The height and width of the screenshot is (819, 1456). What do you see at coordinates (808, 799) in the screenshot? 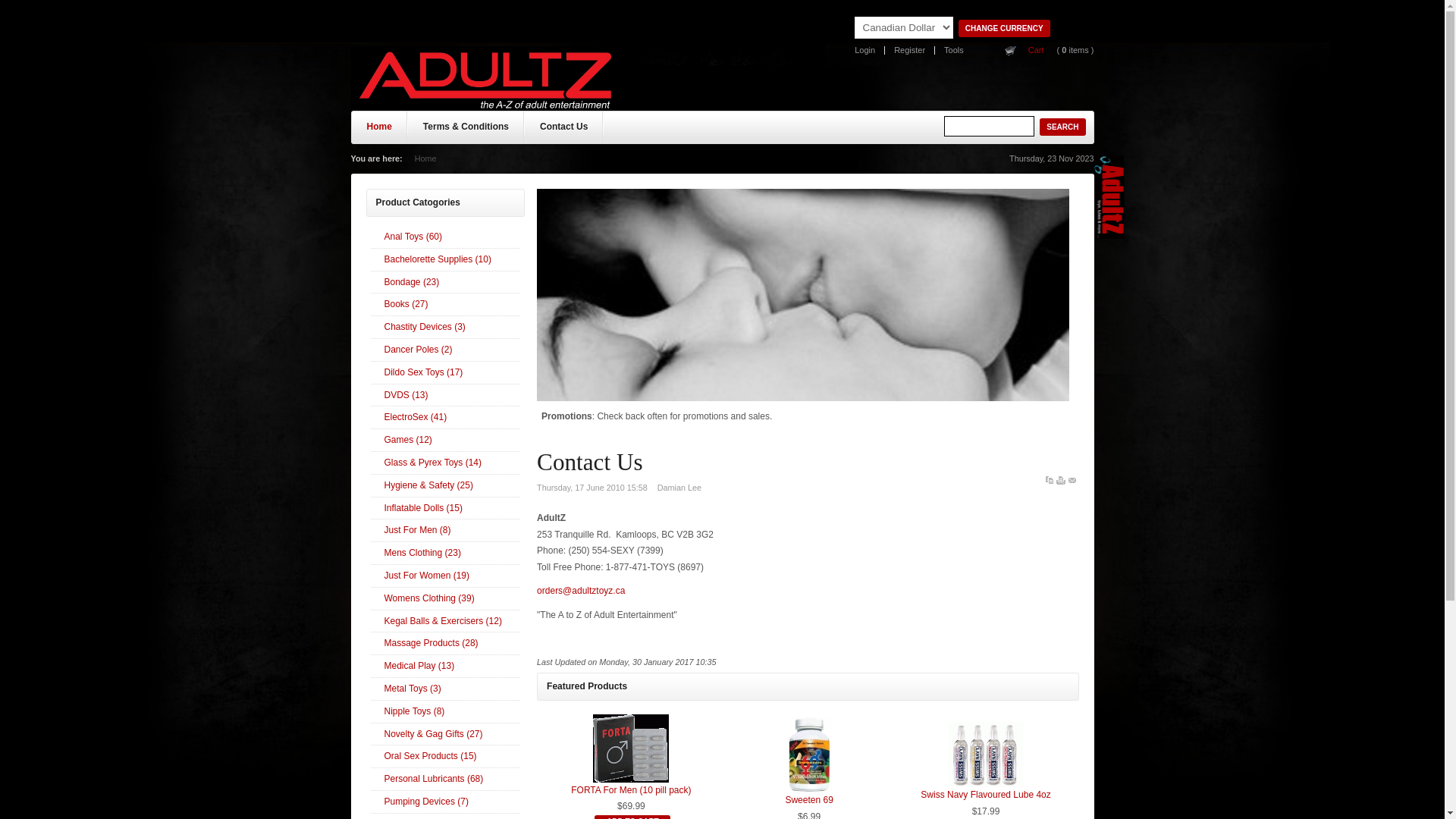
I see `'Sweeten 69'` at bounding box center [808, 799].